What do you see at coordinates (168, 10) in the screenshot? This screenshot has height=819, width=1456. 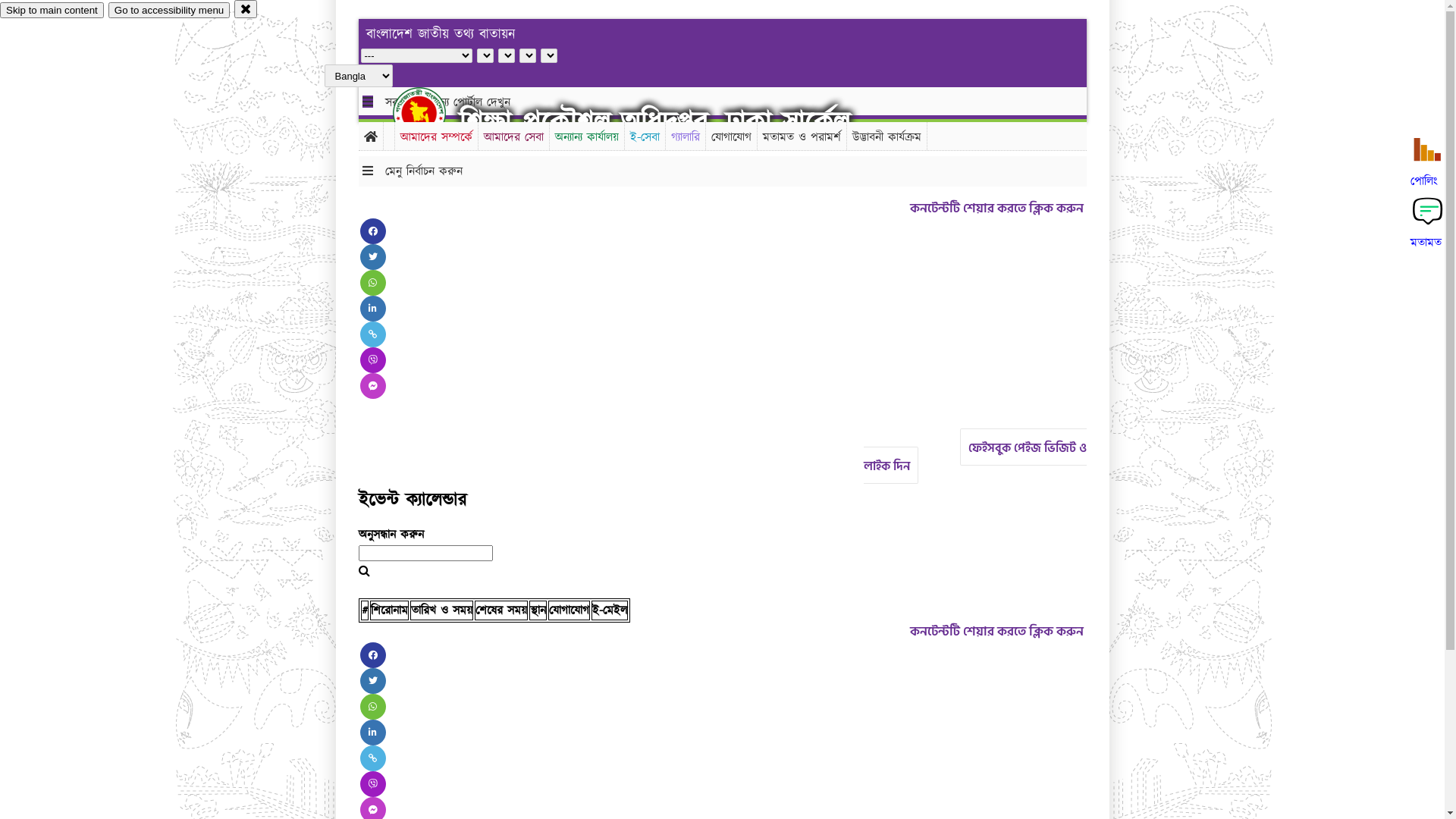 I see `'Go to accessibility menu'` at bounding box center [168, 10].